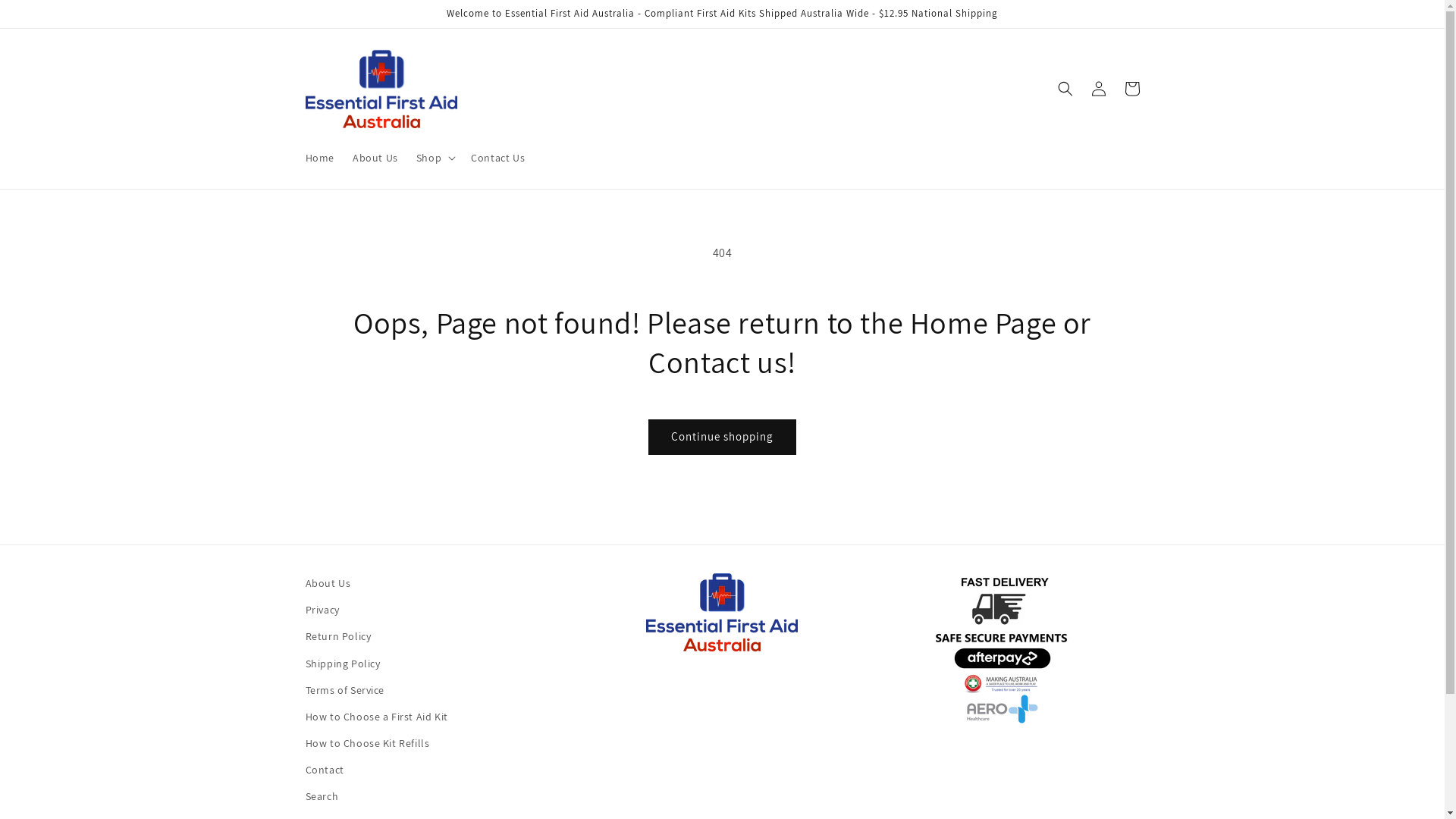  Describe the element at coordinates (375, 158) in the screenshot. I see `'About Us'` at that location.